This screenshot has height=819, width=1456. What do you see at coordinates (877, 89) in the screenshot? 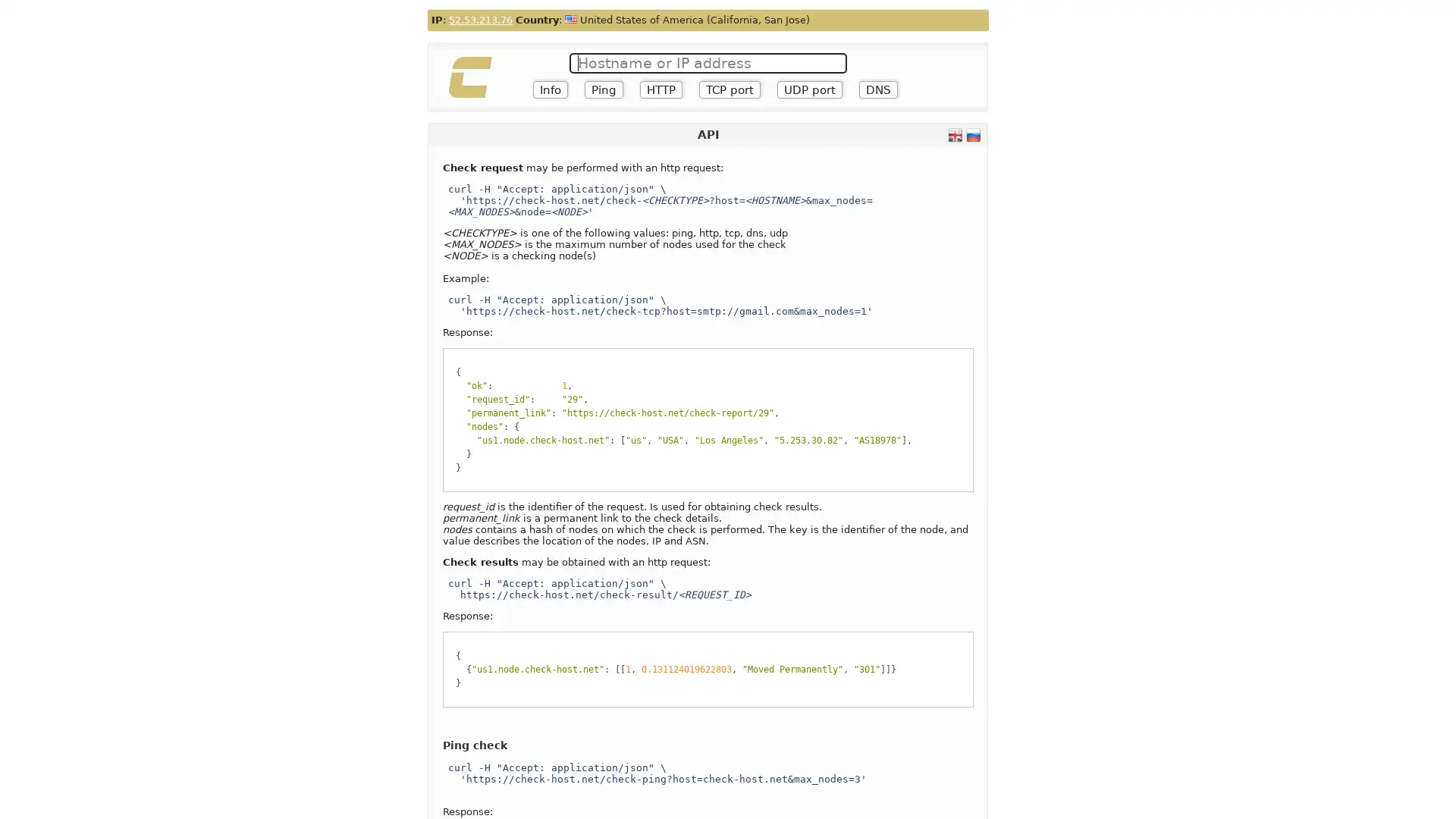
I see `DNS` at bounding box center [877, 89].